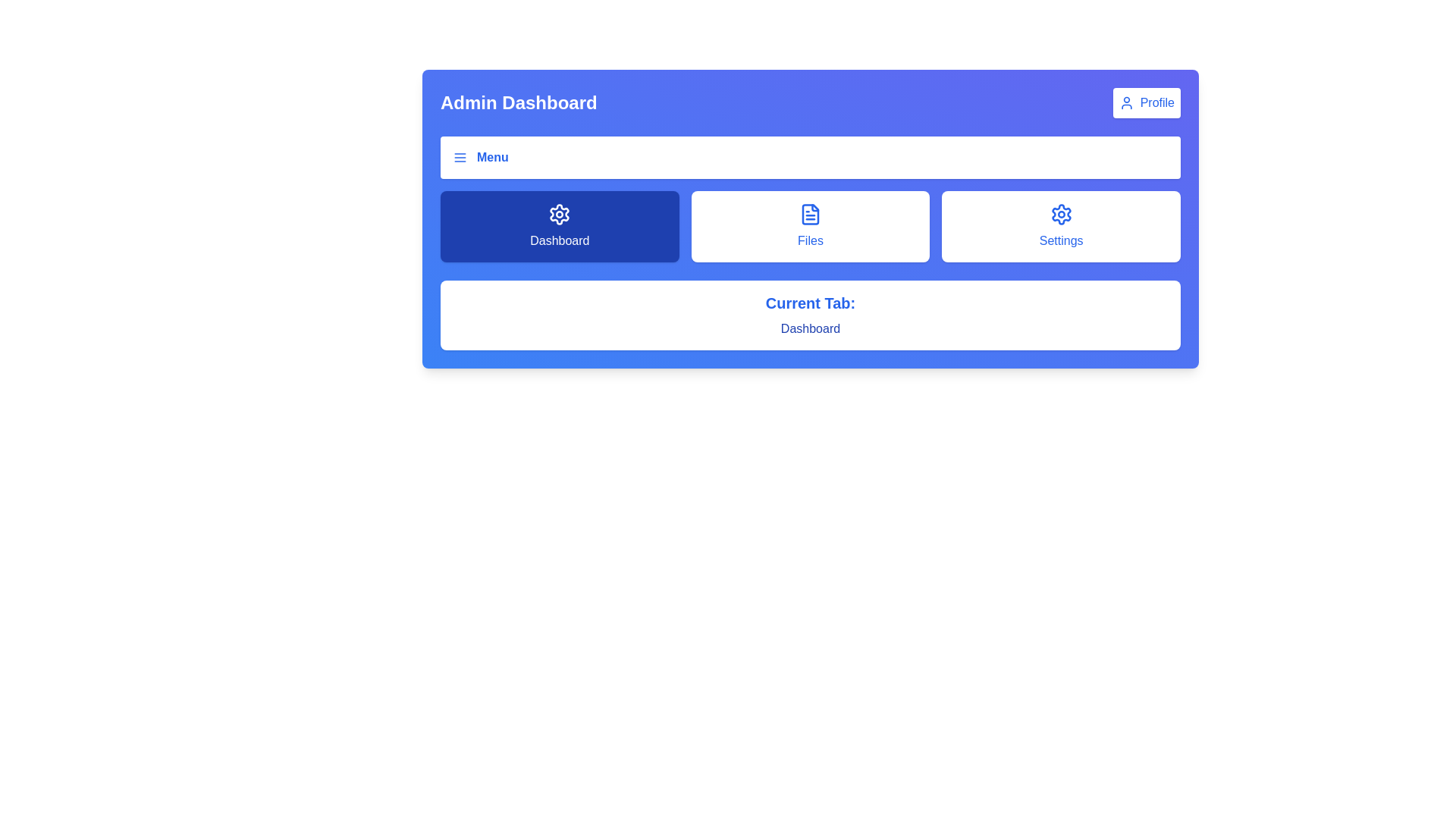  What do you see at coordinates (559, 240) in the screenshot?
I see `the text label inside the dark blue button that navigates to the 'Dashboard' section of the application` at bounding box center [559, 240].